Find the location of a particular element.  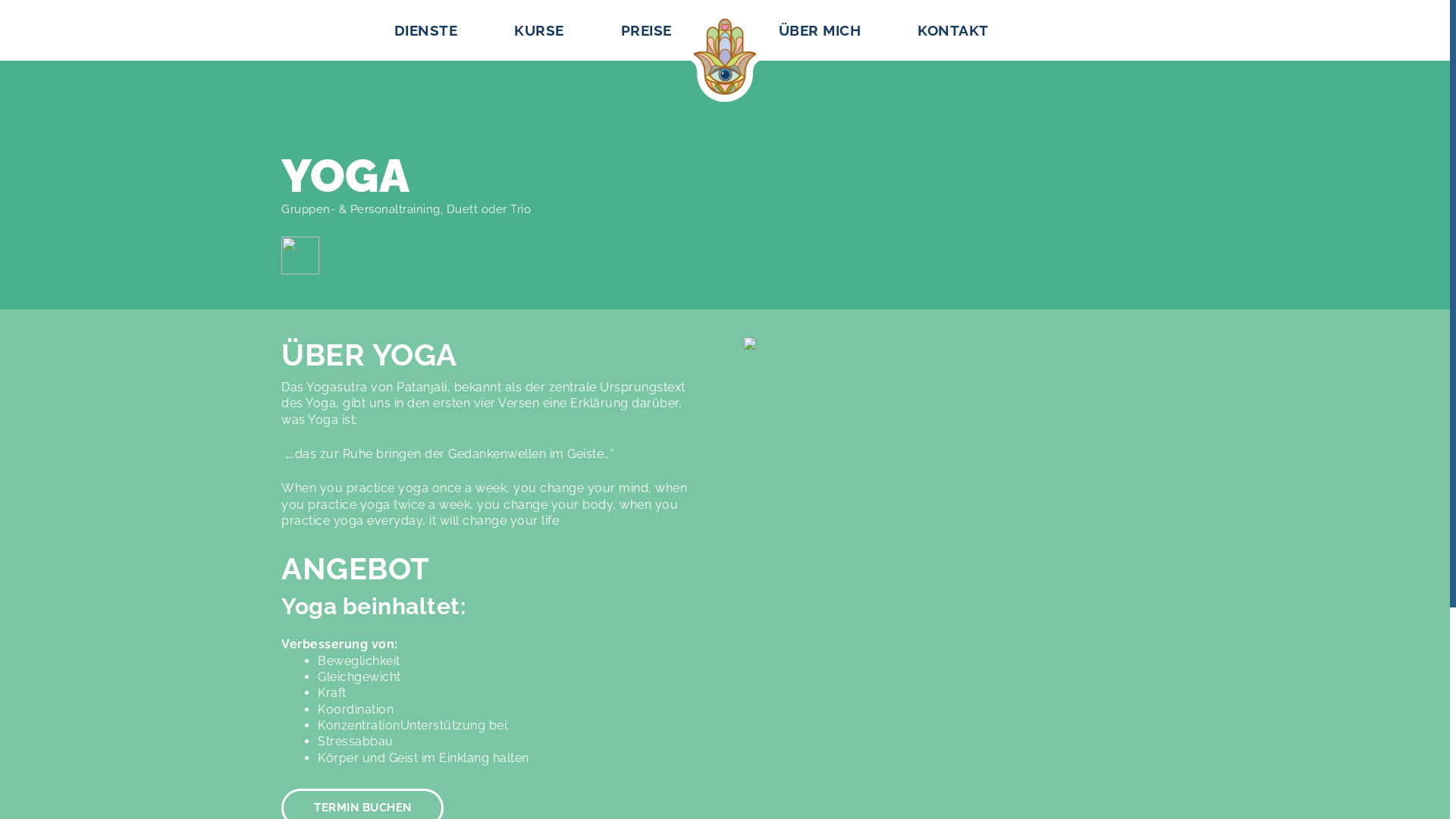

'PREISE' is located at coordinates (632, 31).